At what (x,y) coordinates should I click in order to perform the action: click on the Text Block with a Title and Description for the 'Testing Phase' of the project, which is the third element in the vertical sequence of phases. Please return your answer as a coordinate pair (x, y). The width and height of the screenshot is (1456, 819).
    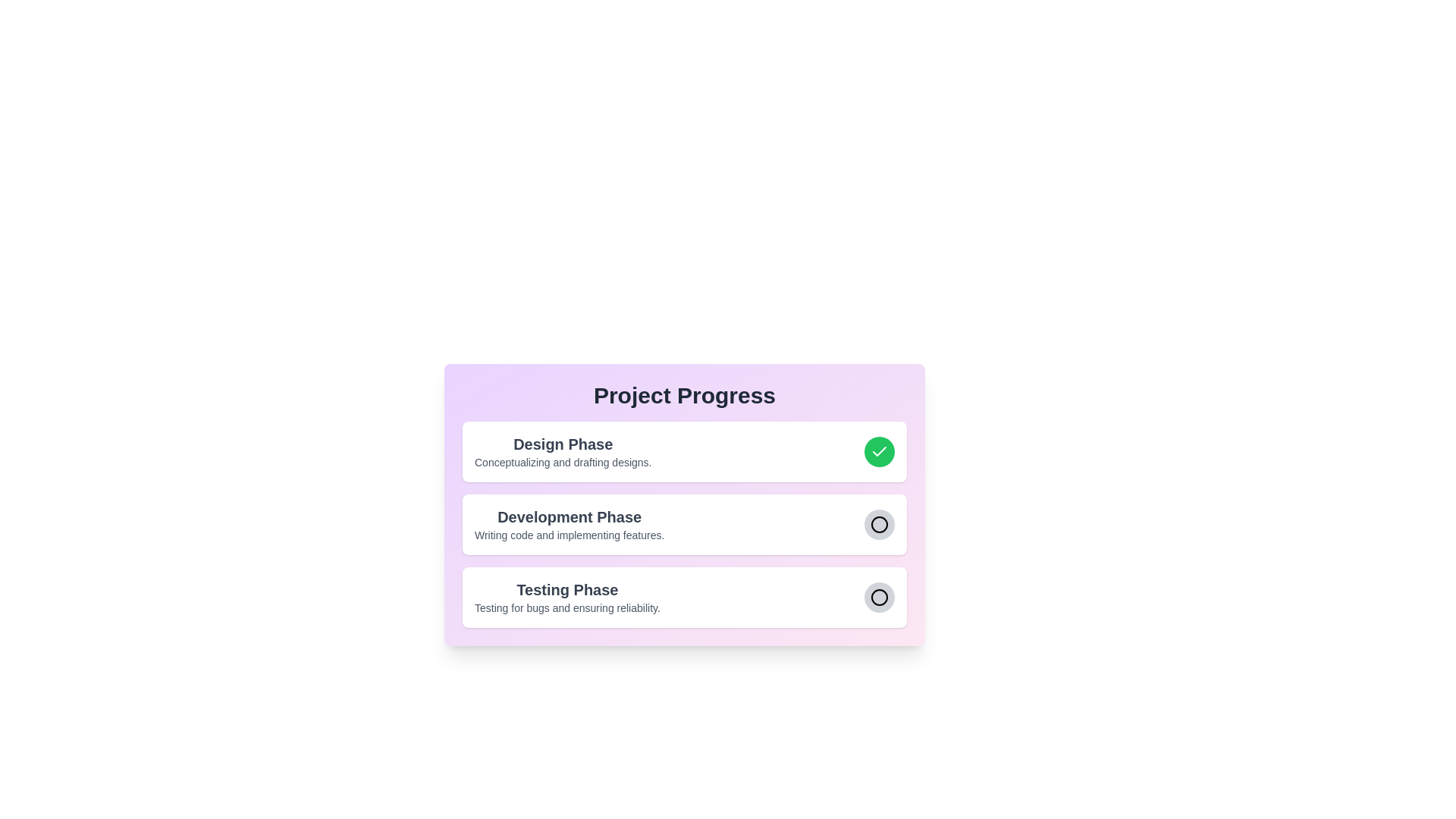
    Looking at the image, I should click on (566, 596).